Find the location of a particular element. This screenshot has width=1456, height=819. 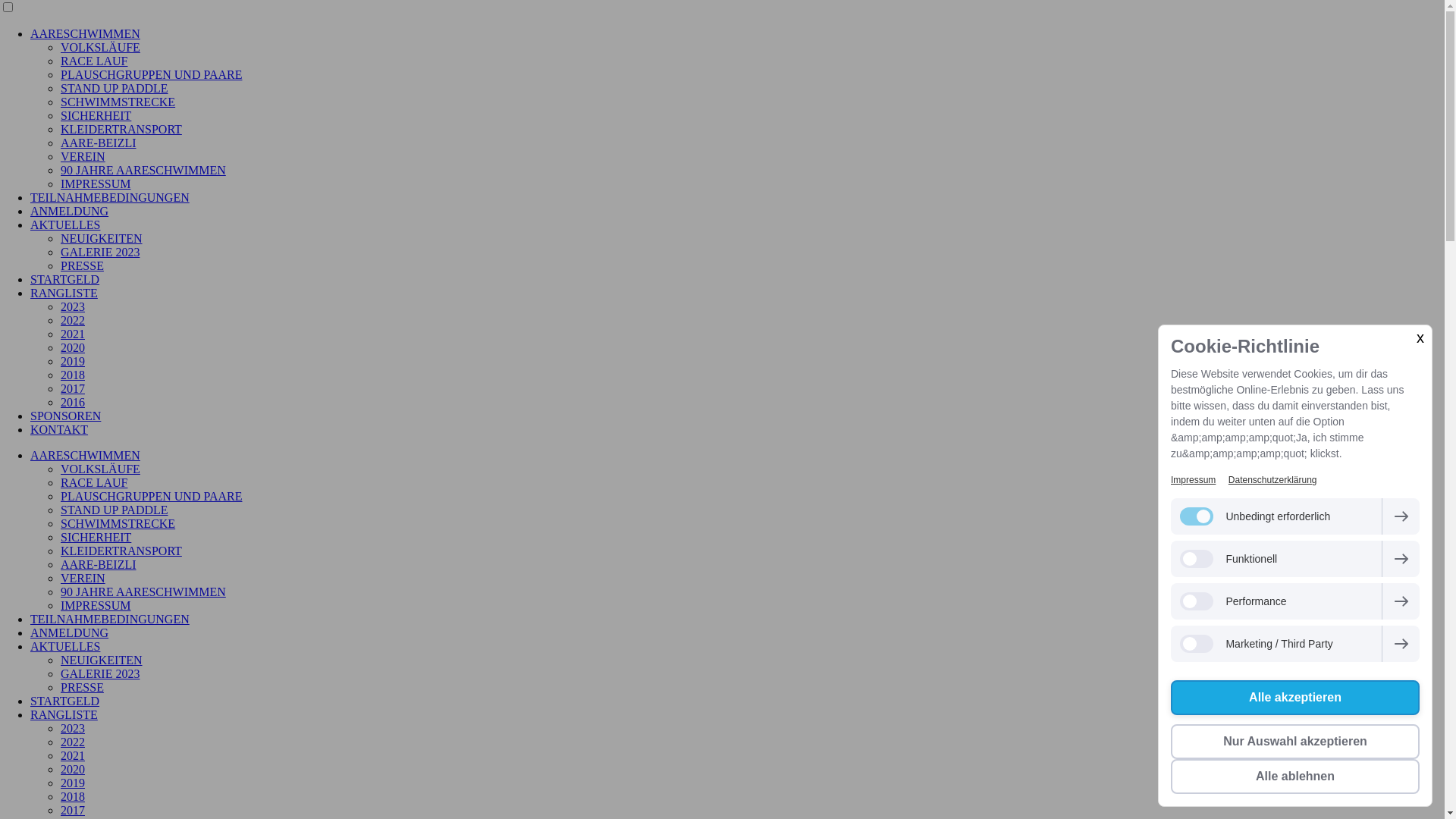

'SICHERHEIT' is located at coordinates (95, 536).